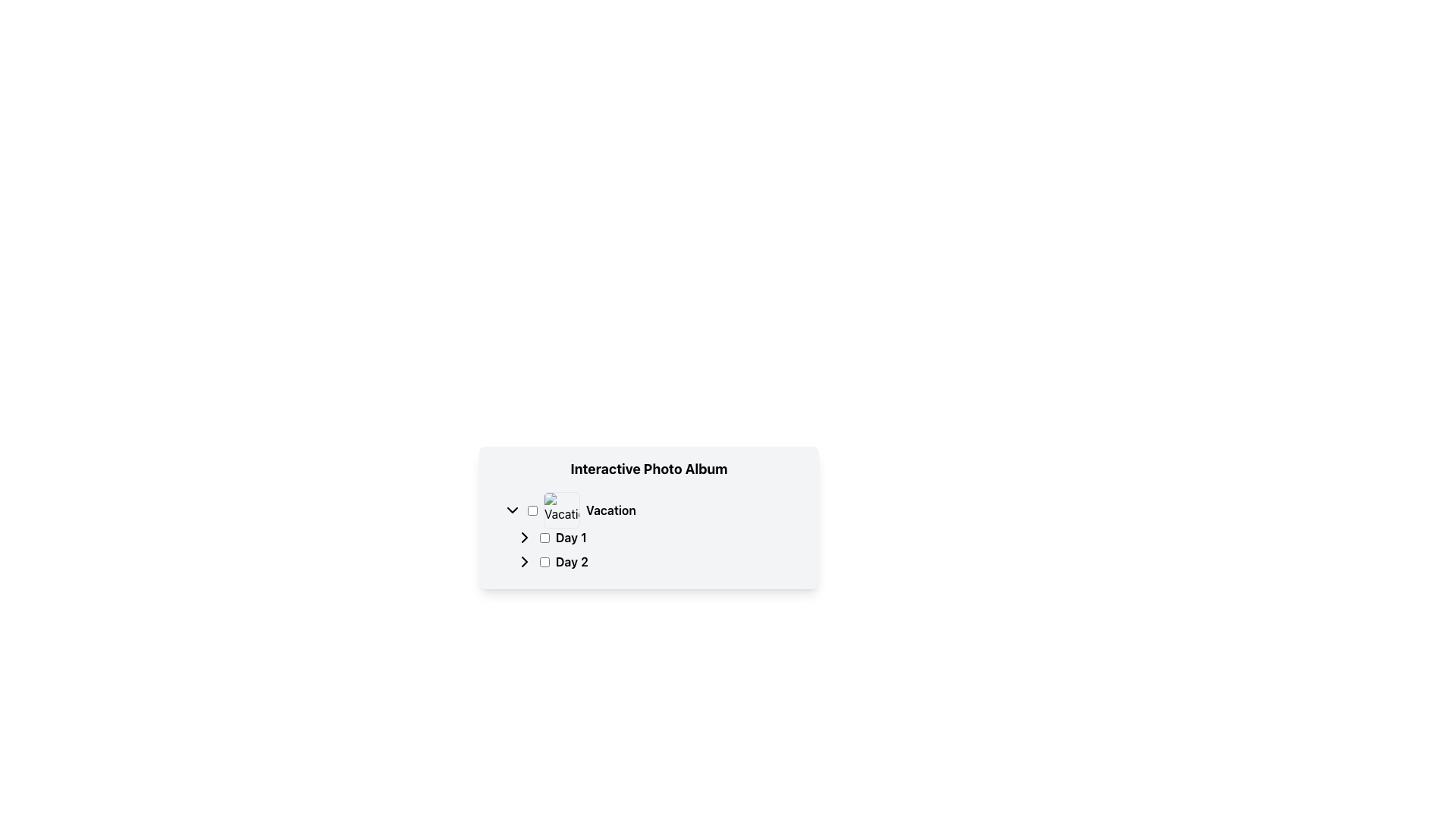  What do you see at coordinates (513, 510) in the screenshot?
I see `the Dropdown toggle button for the 'Vacation' section to trigger any hover effects` at bounding box center [513, 510].